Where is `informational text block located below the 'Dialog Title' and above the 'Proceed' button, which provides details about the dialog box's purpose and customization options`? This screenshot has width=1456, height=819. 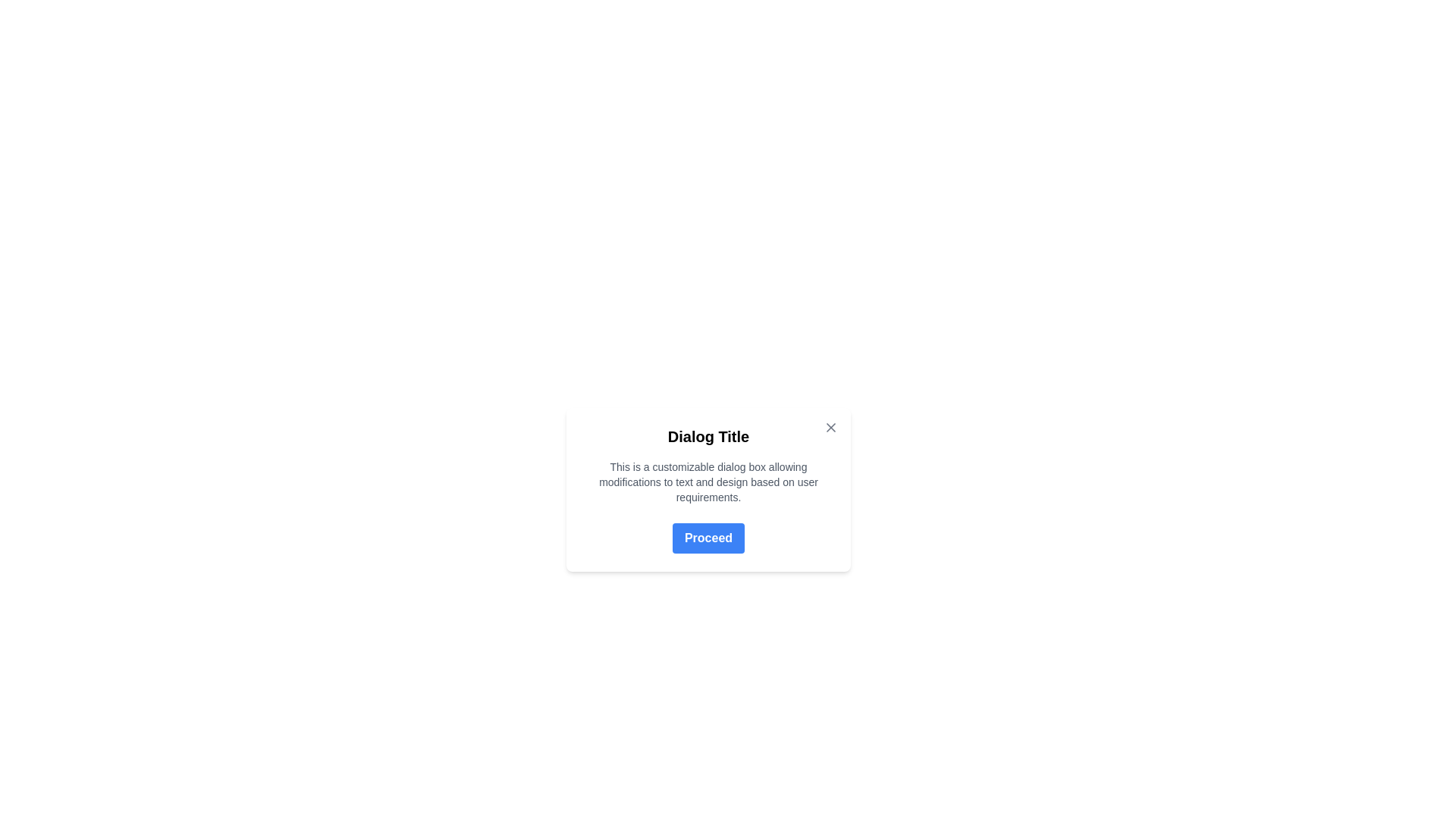
informational text block located below the 'Dialog Title' and above the 'Proceed' button, which provides details about the dialog box's purpose and customization options is located at coordinates (708, 482).